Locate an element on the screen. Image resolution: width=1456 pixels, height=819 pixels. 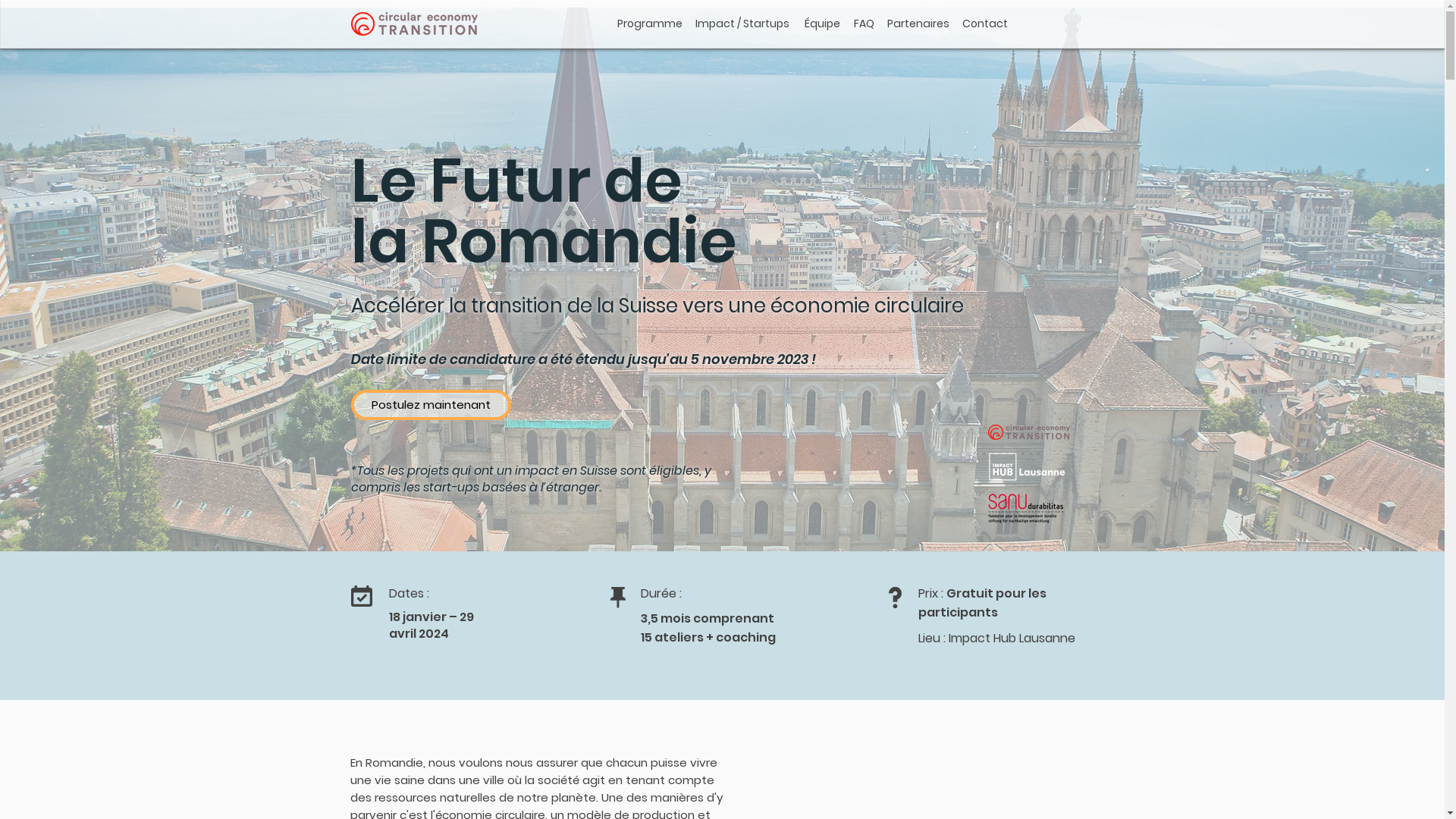
'Impact / Startups' is located at coordinates (742, 23).